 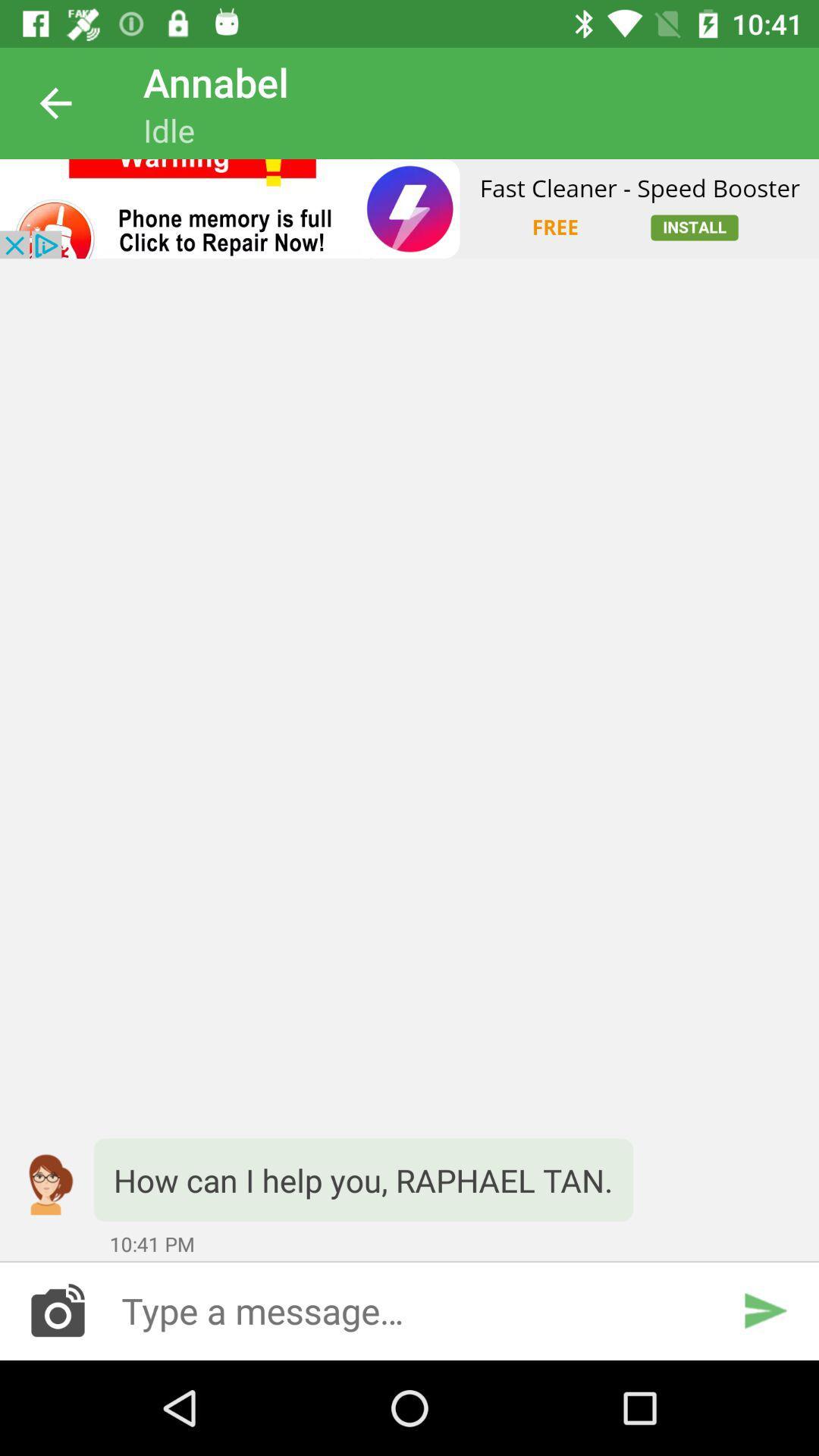 What do you see at coordinates (57, 1310) in the screenshot?
I see `to take photo` at bounding box center [57, 1310].